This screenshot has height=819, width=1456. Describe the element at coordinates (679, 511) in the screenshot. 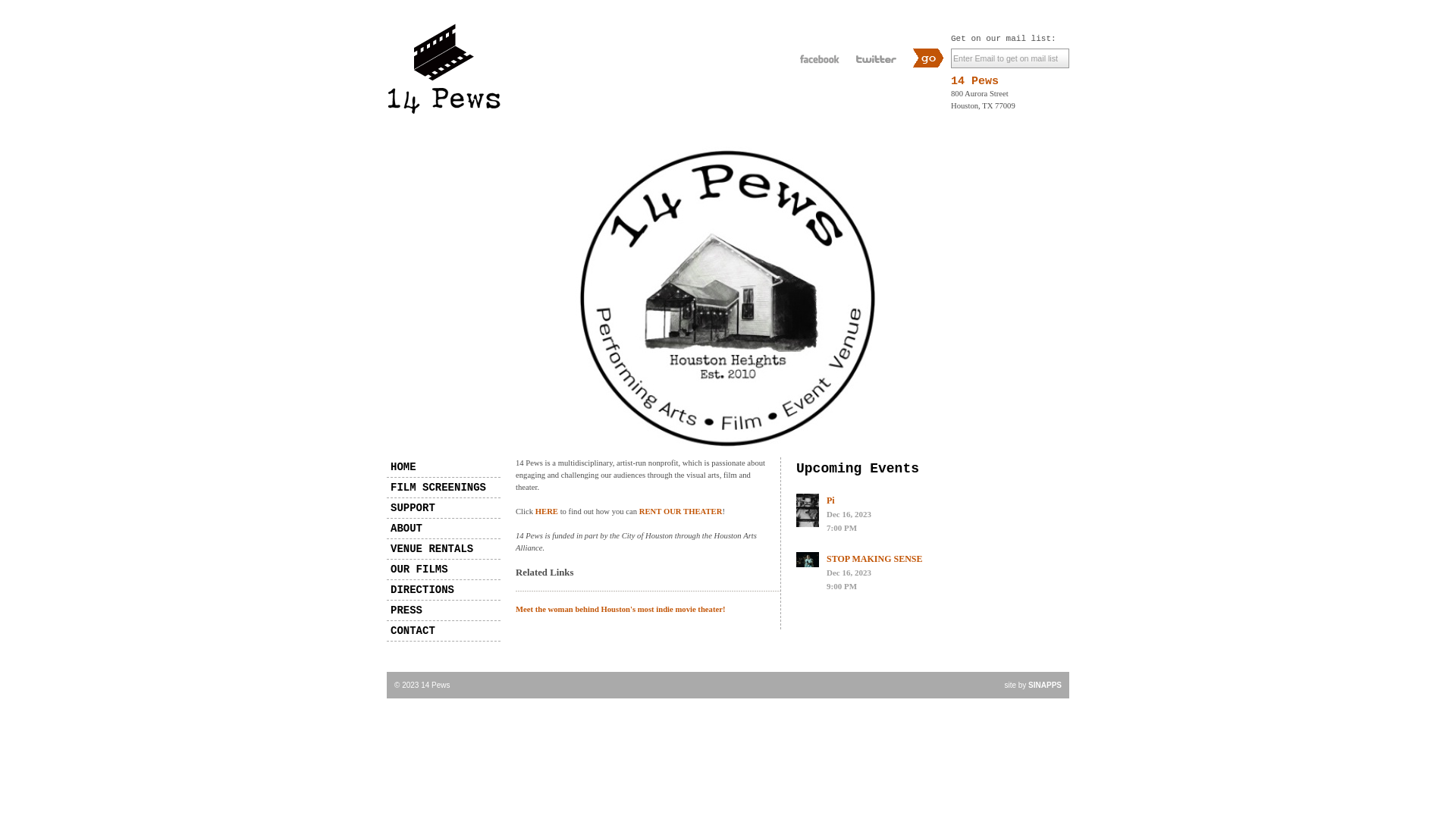

I see `'RENT OUR THEATER'` at that location.